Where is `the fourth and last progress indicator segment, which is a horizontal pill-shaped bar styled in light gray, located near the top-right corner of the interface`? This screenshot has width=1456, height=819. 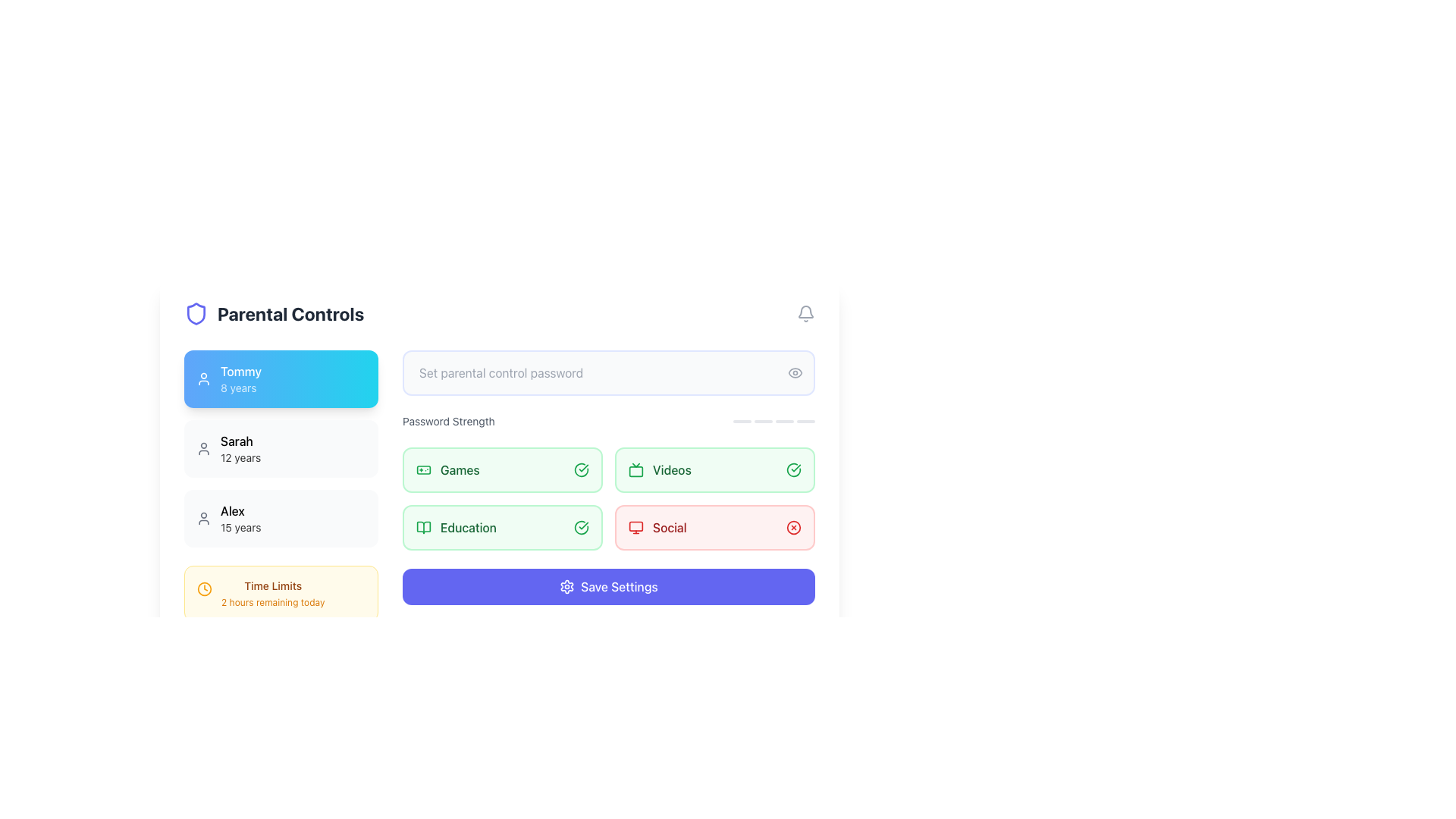
the fourth and last progress indicator segment, which is a horizontal pill-shaped bar styled in light gray, located near the top-right corner of the interface is located at coordinates (805, 421).